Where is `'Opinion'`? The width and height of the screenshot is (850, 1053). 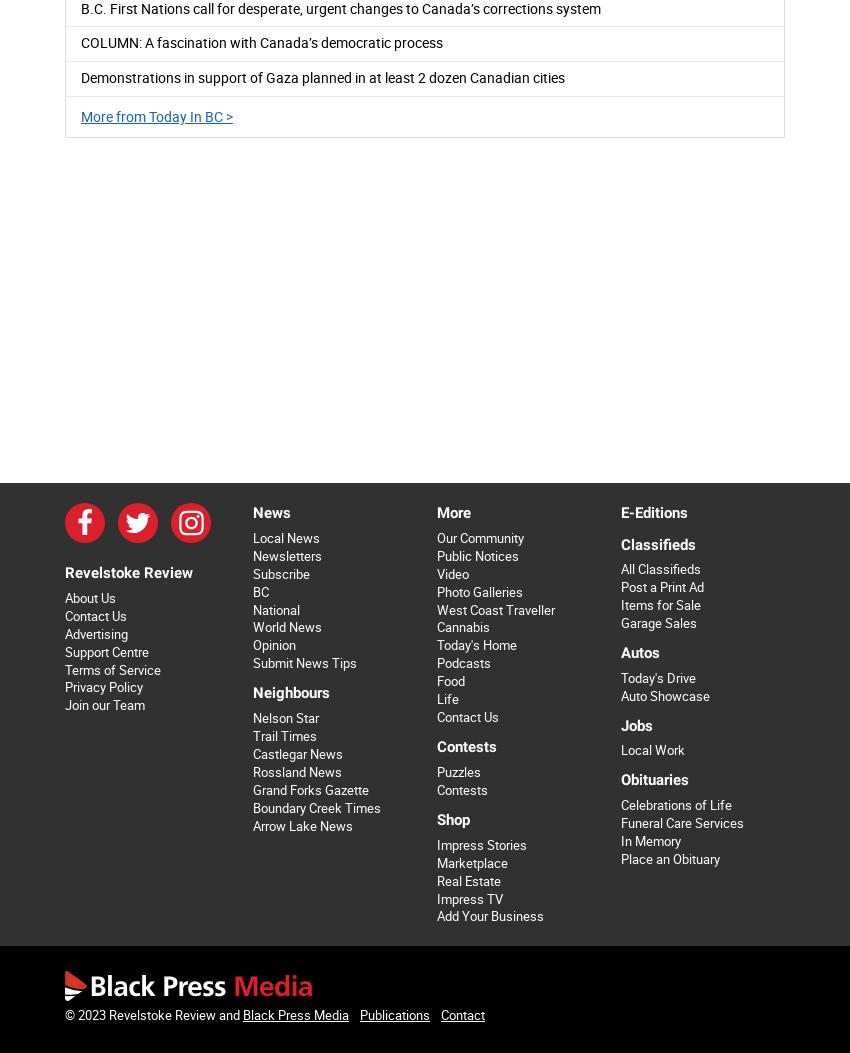
'Opinion' is located at coordinates (252, 644).